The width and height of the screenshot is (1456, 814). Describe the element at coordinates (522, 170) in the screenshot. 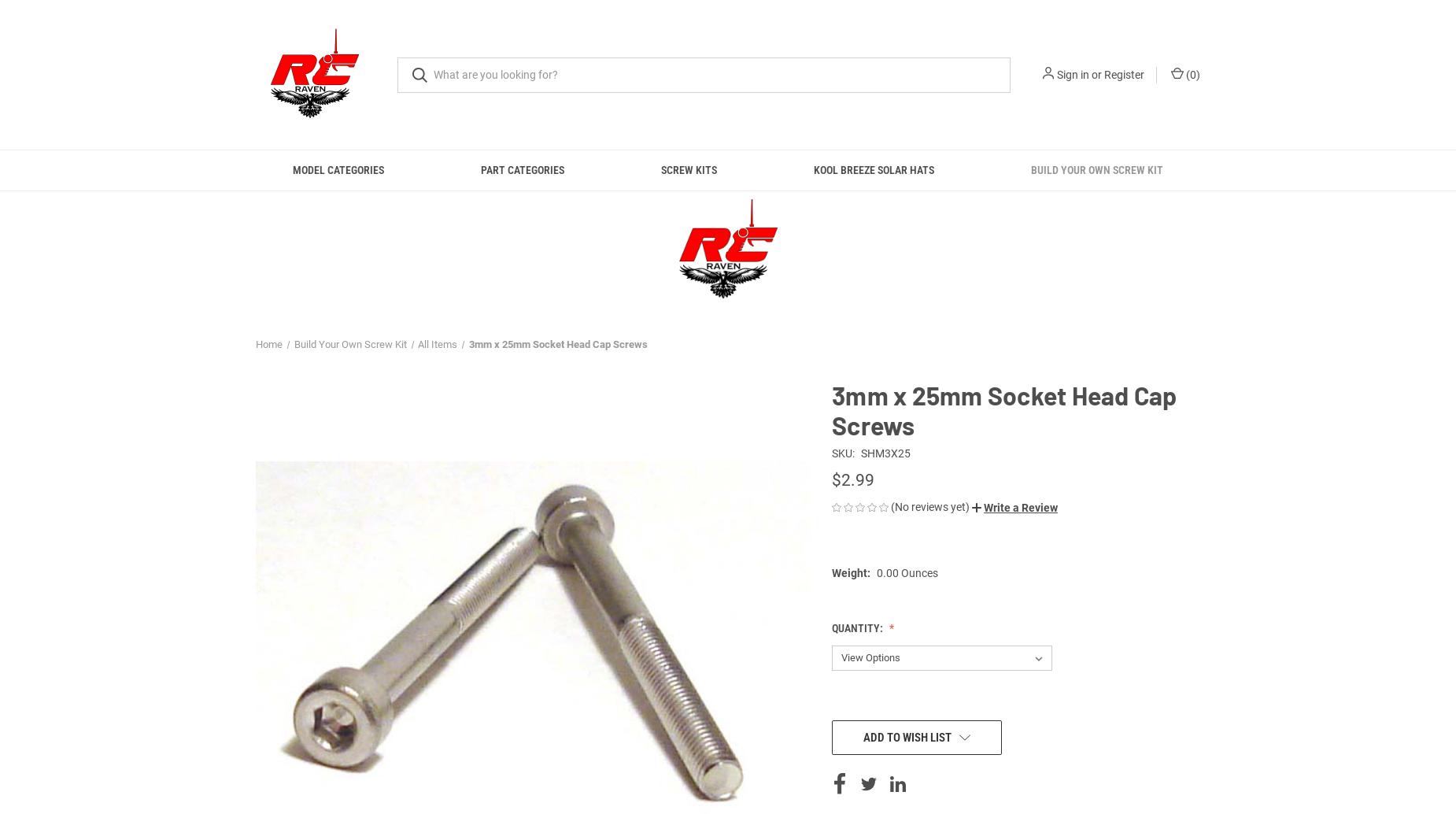

I see `'Part Categories'` at that location.